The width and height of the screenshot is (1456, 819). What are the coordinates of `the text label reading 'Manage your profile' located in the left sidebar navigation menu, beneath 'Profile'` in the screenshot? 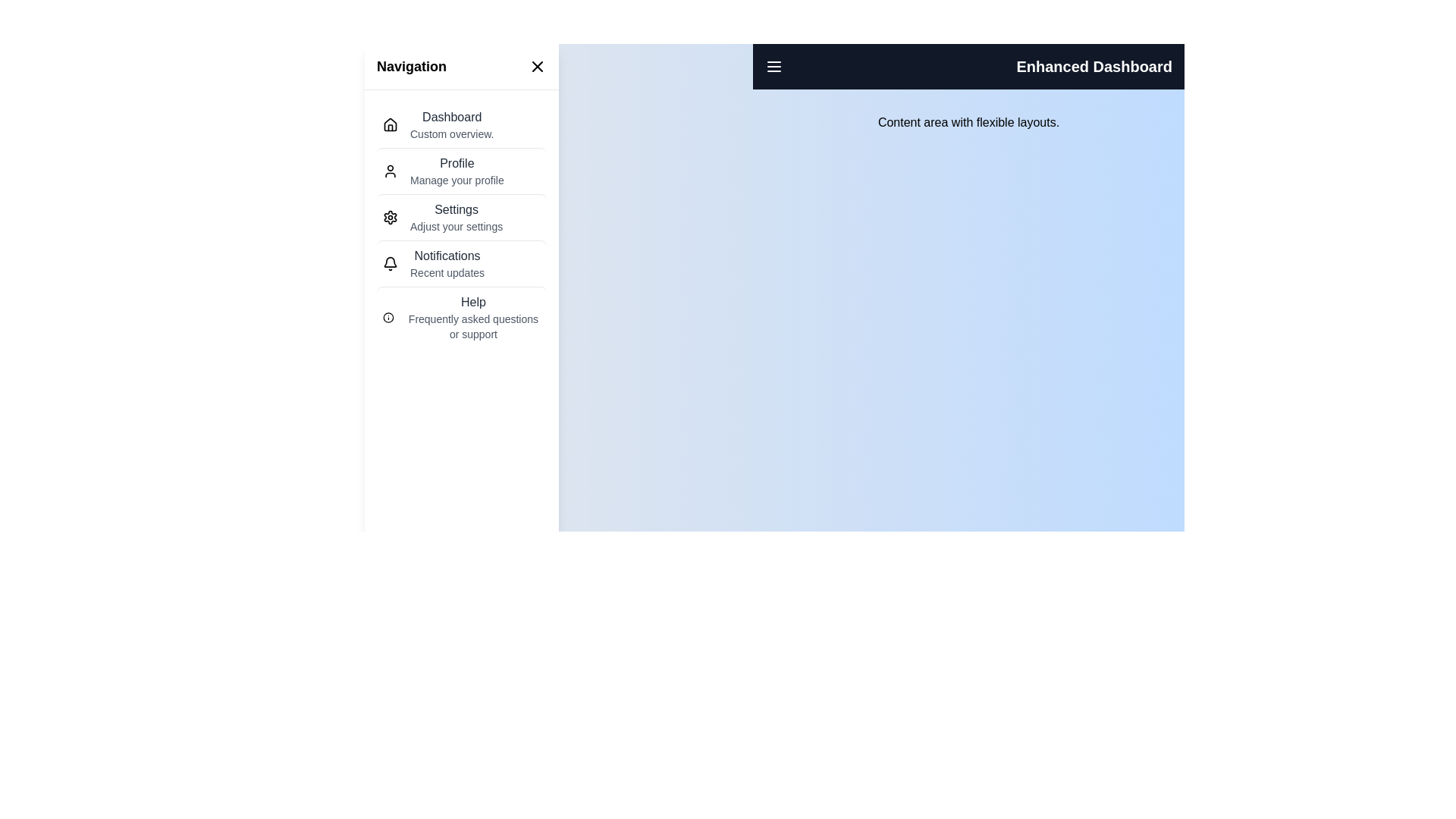 It's located at (456, 180).